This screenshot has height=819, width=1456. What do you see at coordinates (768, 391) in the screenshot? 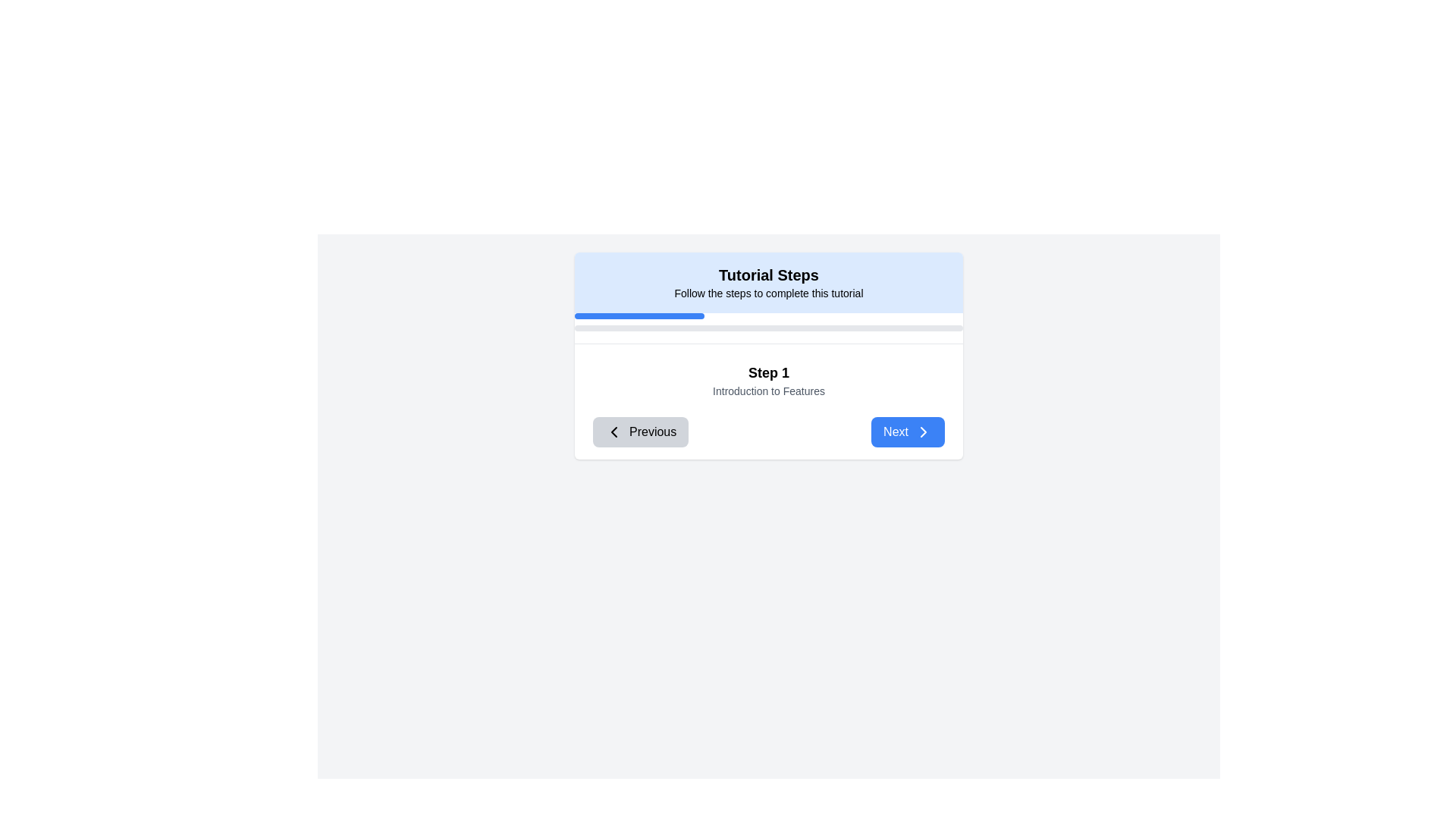
I see `the descriptive text element for the tutorial step located below the 'Step 1' heading in the central panel labeled 'Tutorial Steps'` at bounding box center [768, 391].